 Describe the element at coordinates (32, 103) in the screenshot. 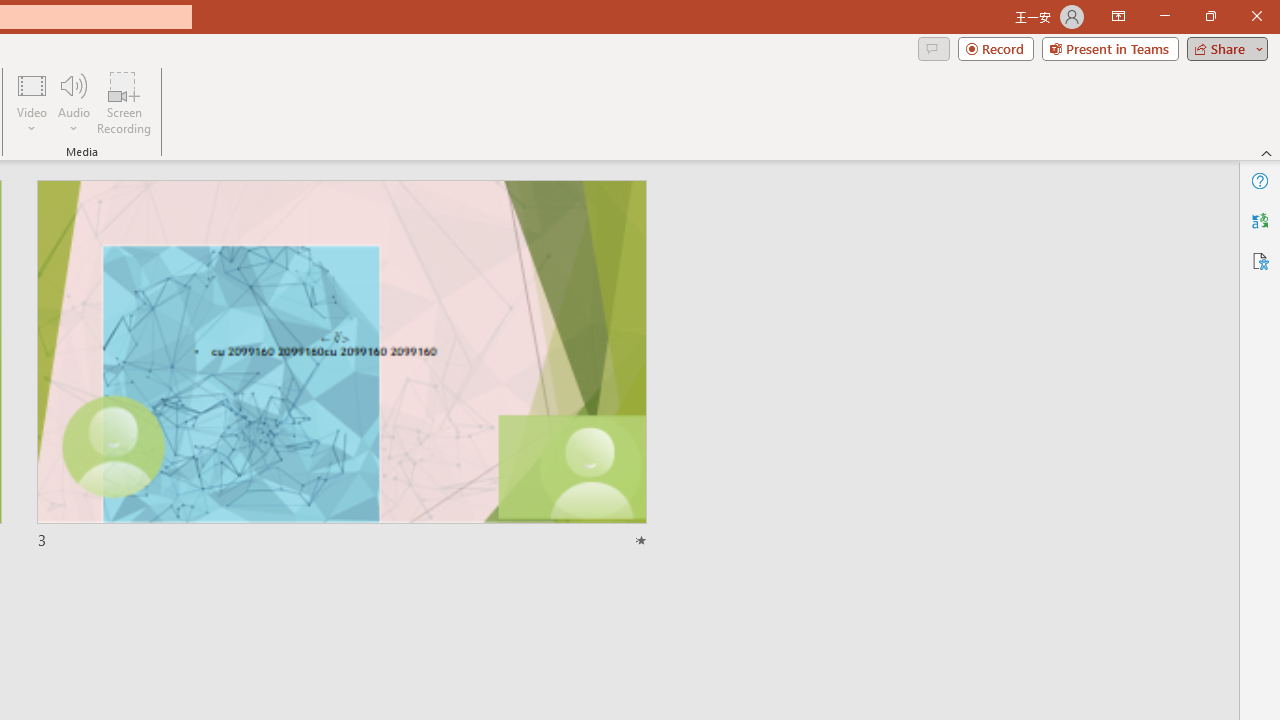

I see `'Video'` at that location.